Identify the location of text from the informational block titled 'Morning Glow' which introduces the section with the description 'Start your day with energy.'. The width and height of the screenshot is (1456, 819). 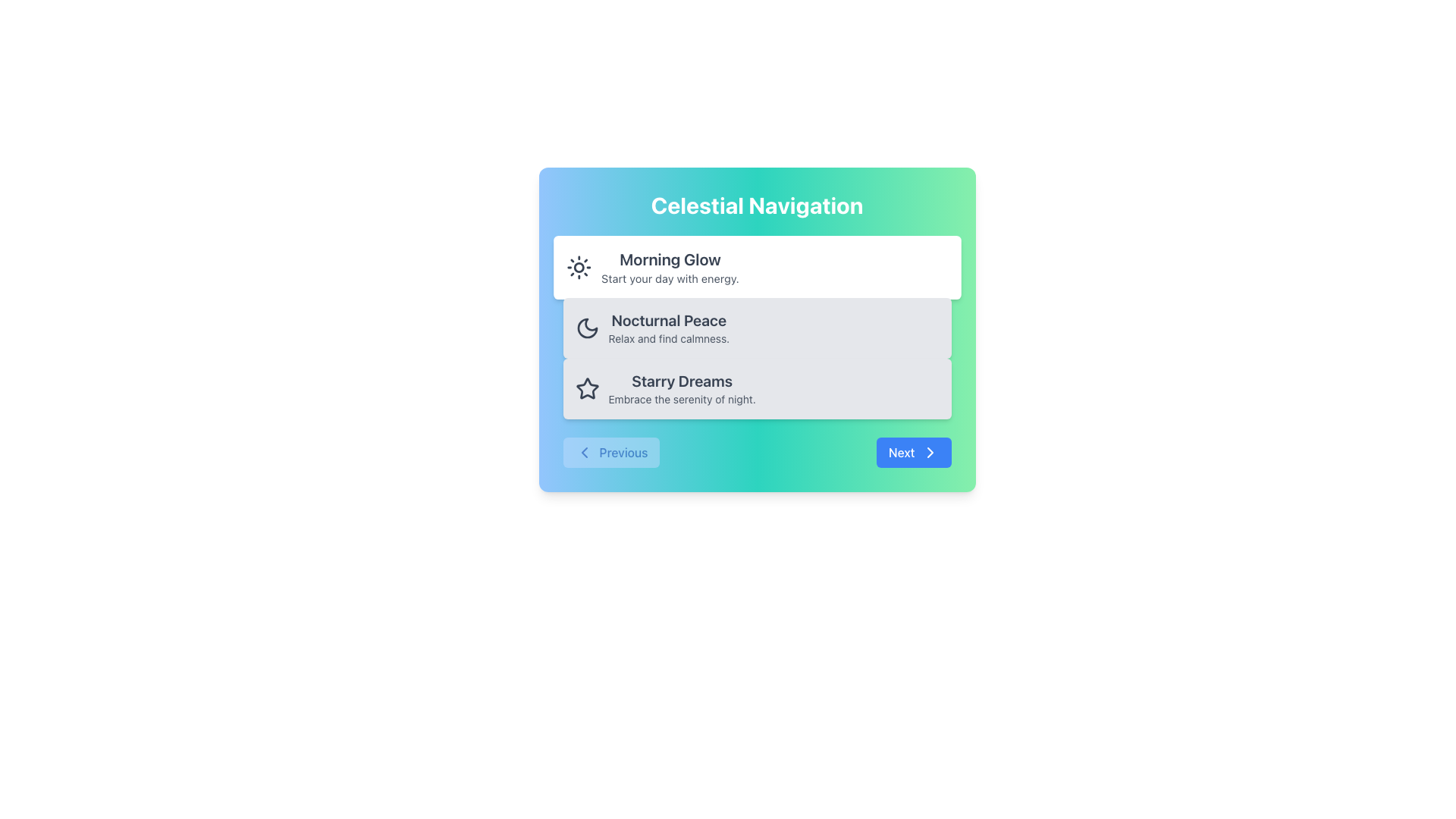
(669, 267).